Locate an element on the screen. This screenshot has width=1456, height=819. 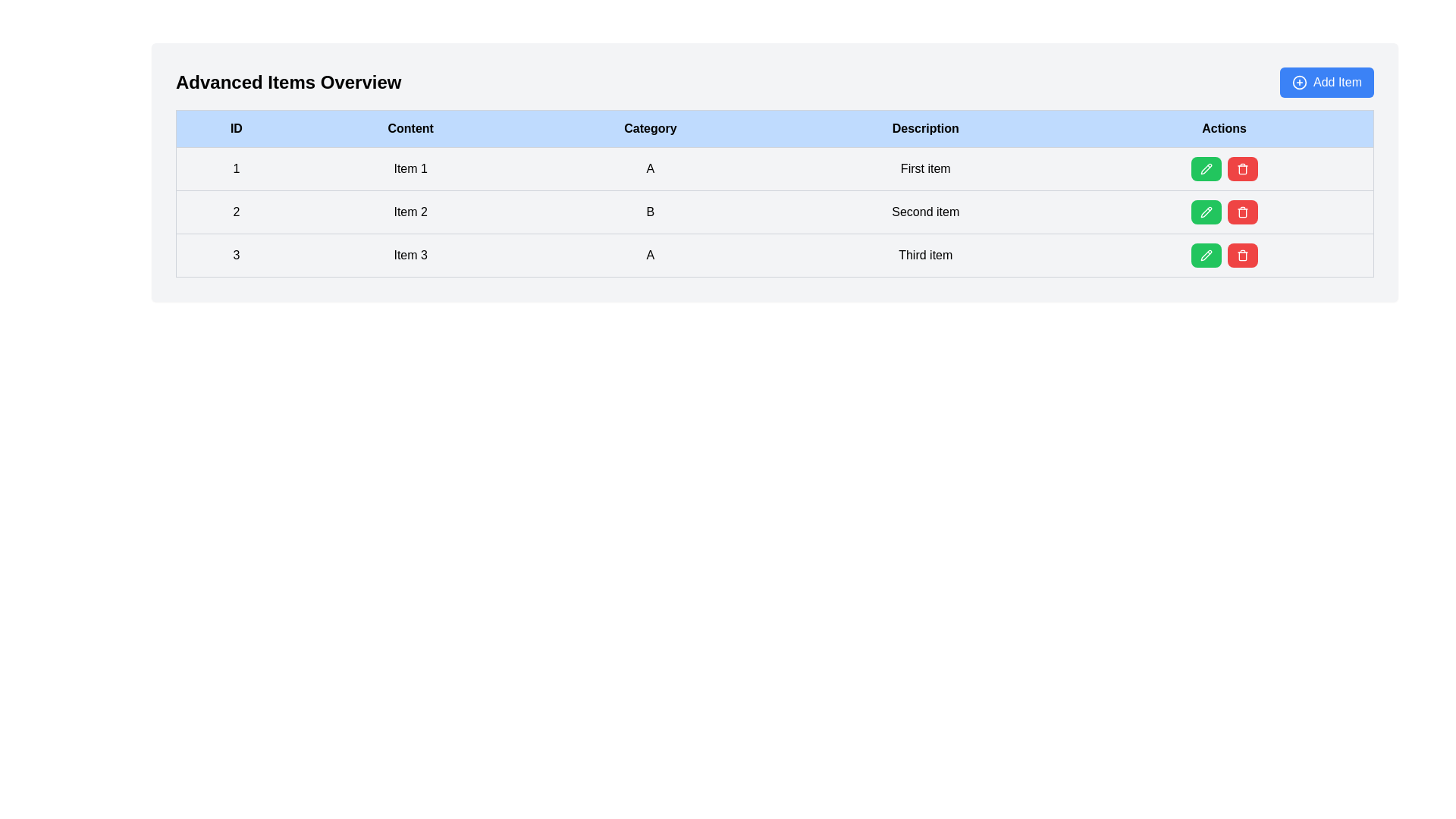
the button located in the top-right corner of the 'Advanced Items Overview' section is located at coordinates (1326, 82).